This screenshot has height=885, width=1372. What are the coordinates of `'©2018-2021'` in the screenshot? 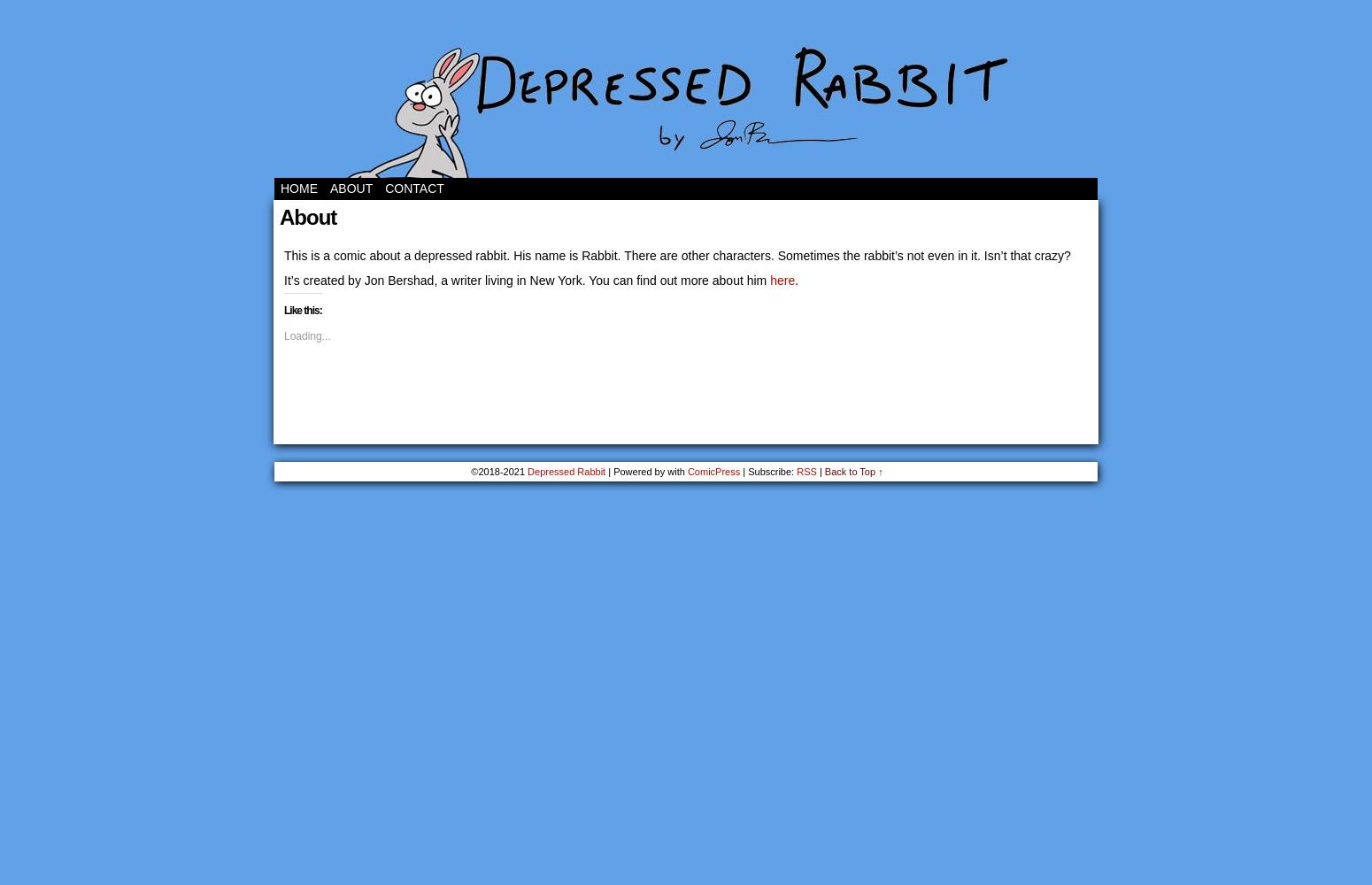 It's located at (499, 472).